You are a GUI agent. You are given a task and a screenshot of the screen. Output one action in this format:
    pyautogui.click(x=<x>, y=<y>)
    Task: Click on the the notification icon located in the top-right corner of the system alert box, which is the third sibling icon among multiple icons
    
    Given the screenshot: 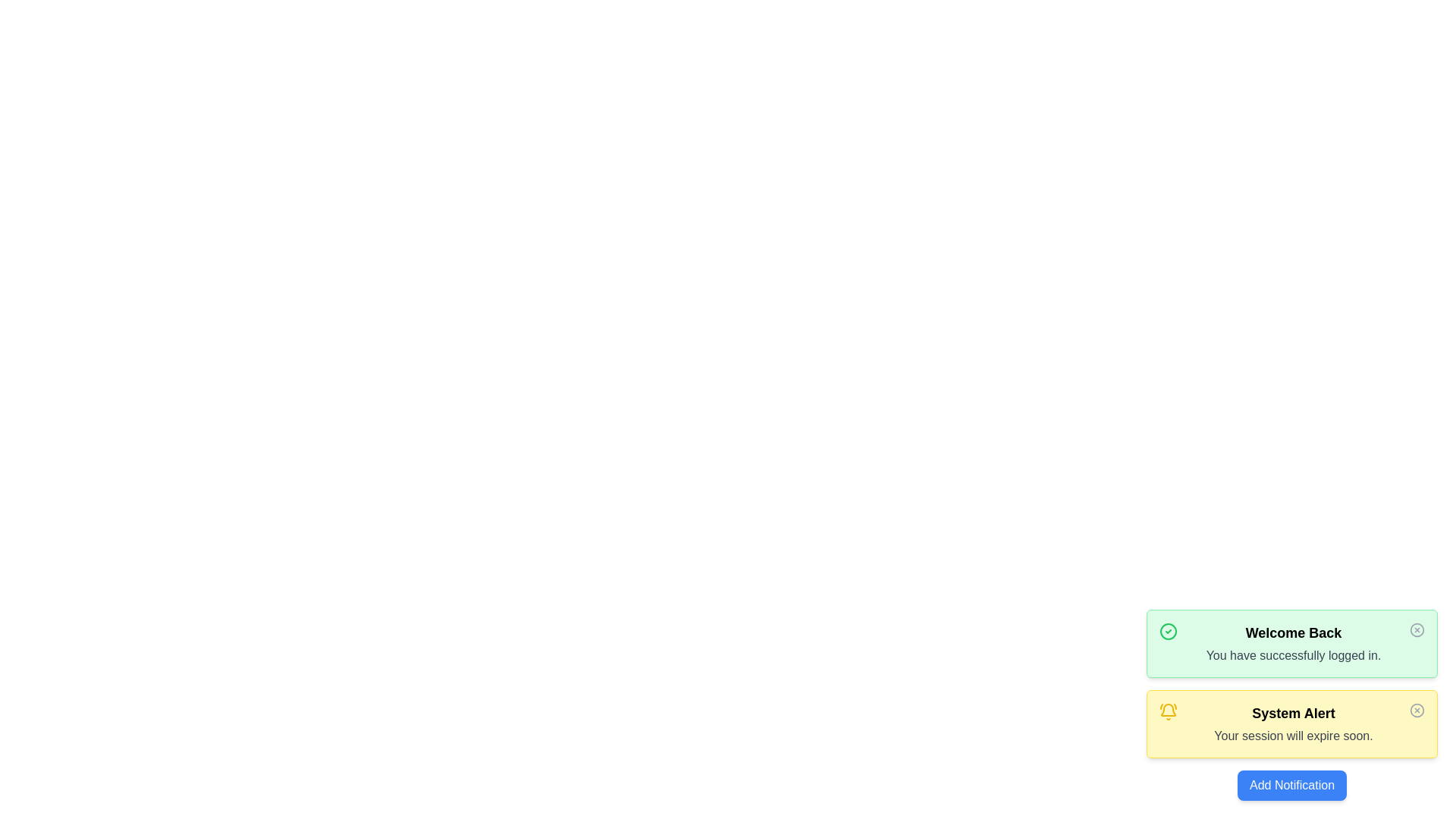 What is the action you would take?
    pyautogui.click(x=1167, y=710)
    